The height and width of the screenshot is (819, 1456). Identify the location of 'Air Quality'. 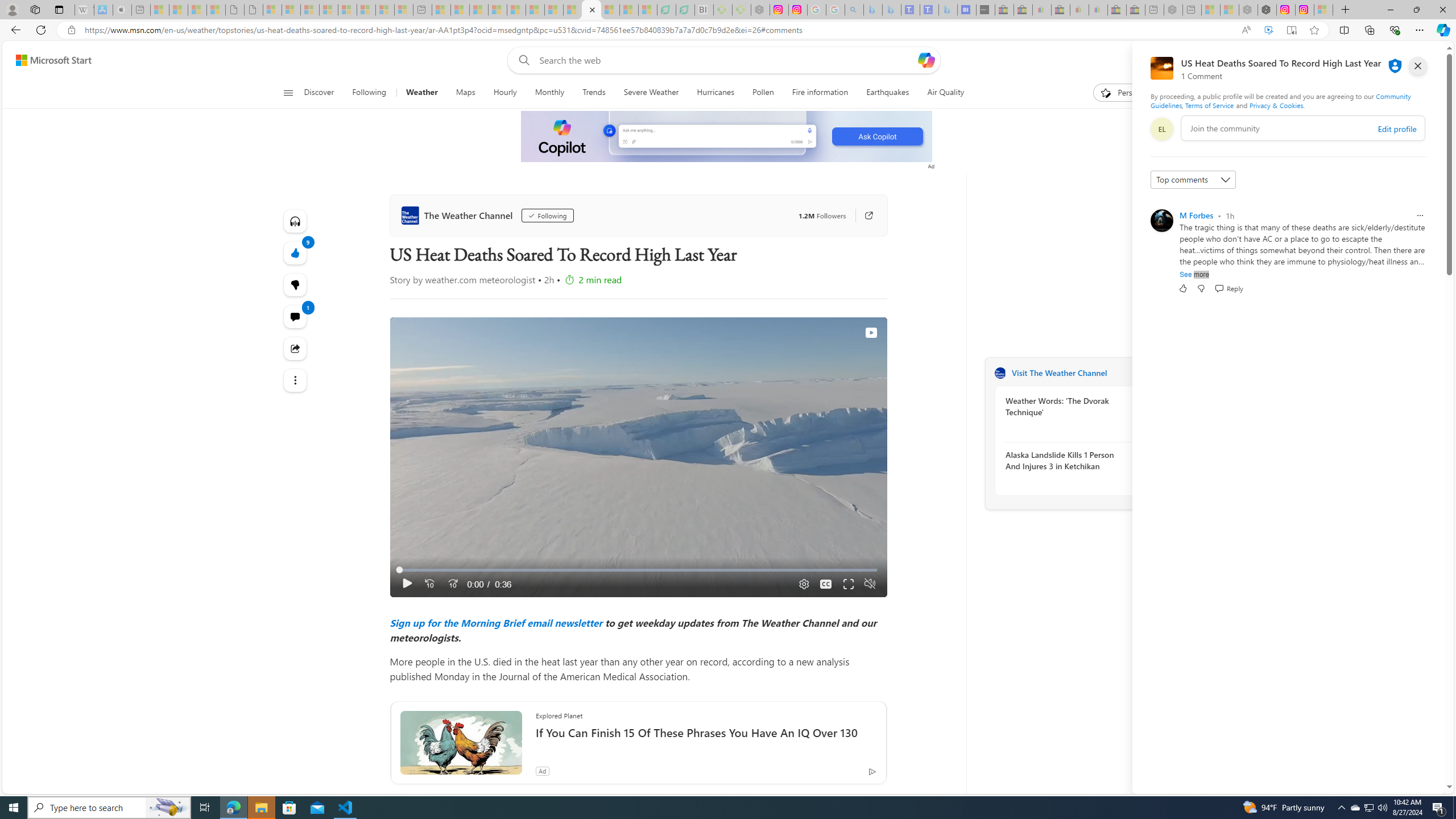
(945, 92).